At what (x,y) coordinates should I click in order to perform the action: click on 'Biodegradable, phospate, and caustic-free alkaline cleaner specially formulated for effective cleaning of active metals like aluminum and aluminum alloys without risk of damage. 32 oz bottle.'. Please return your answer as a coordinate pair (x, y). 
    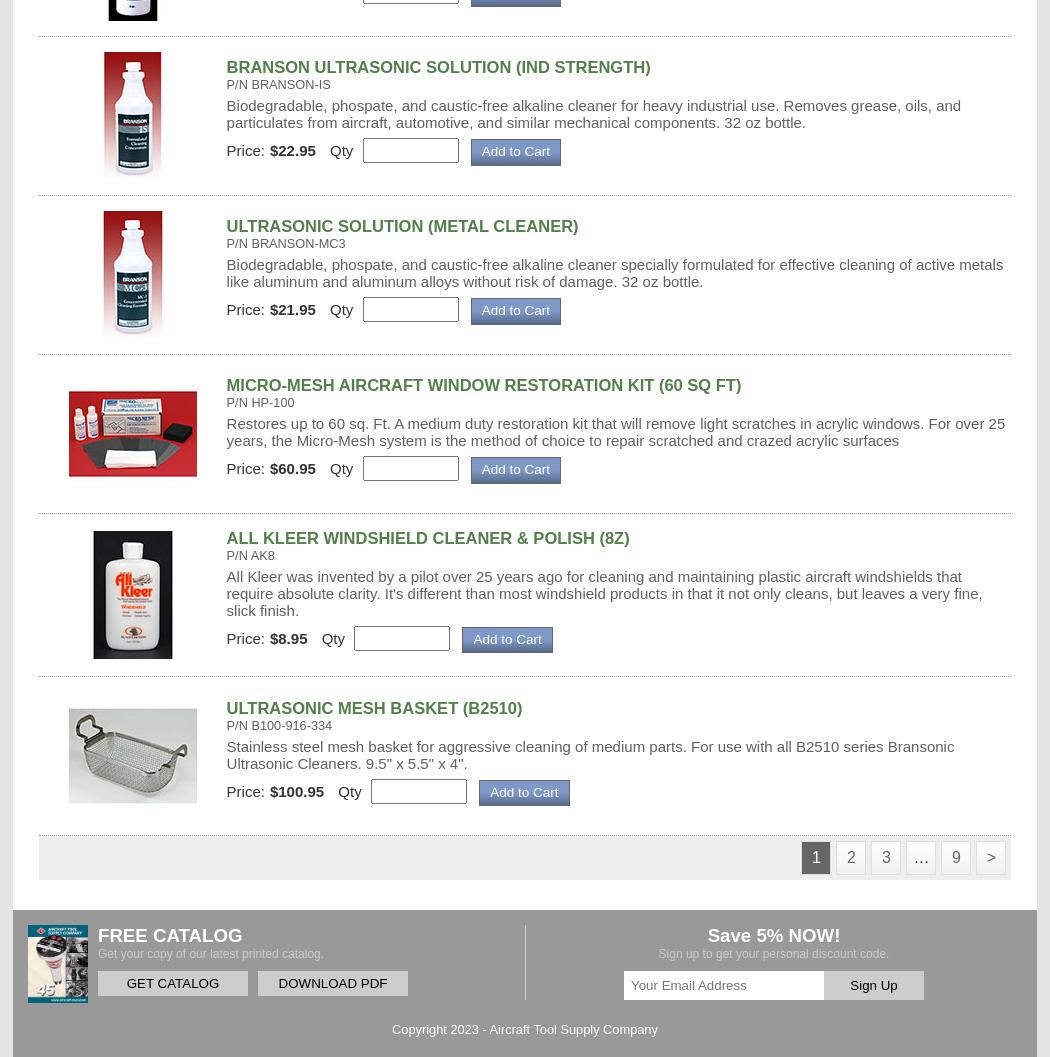
    Looking at the image, I should click on (225, 272).